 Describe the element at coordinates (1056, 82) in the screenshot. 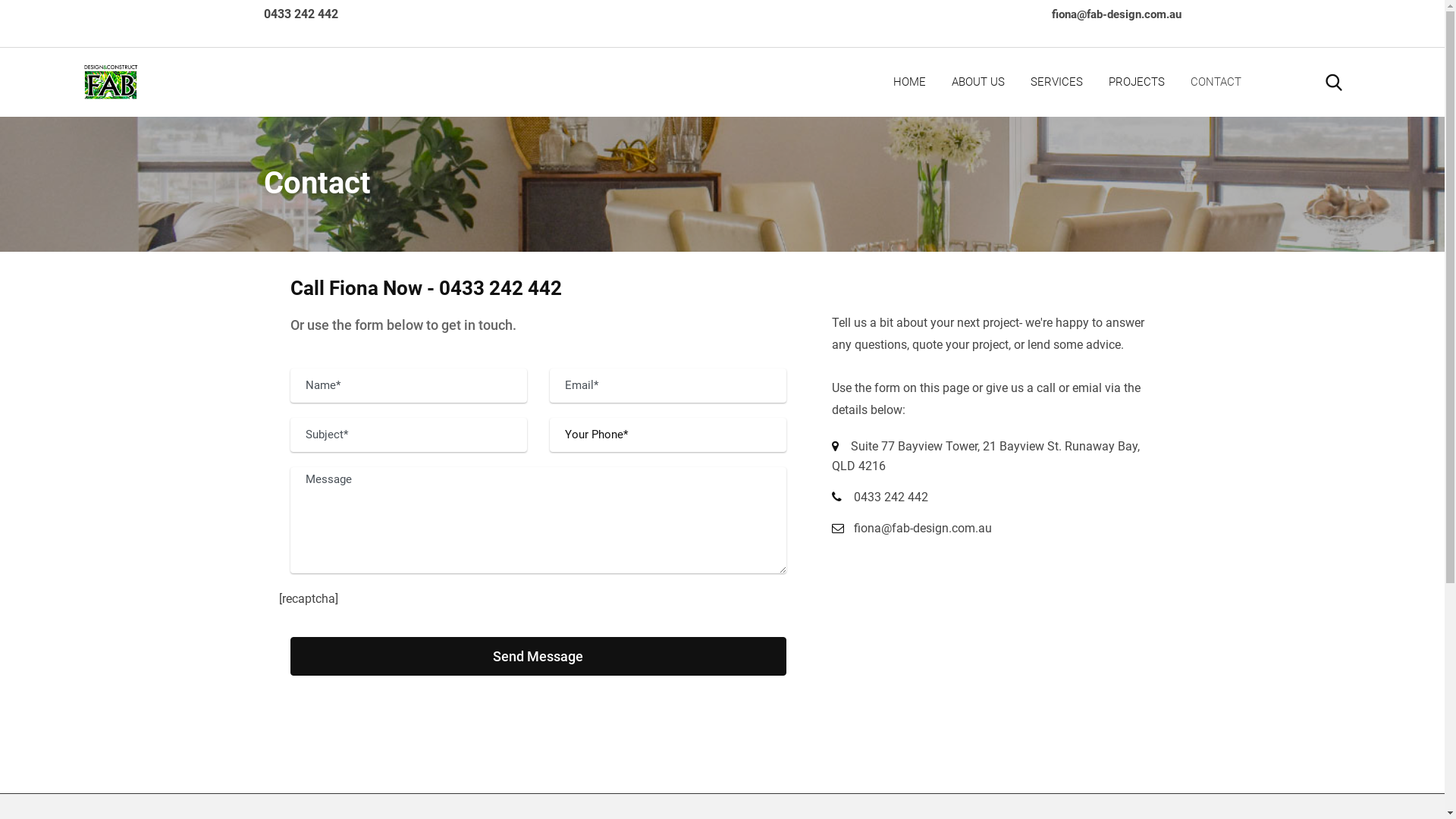

I see `'SERVICES'` at that location.